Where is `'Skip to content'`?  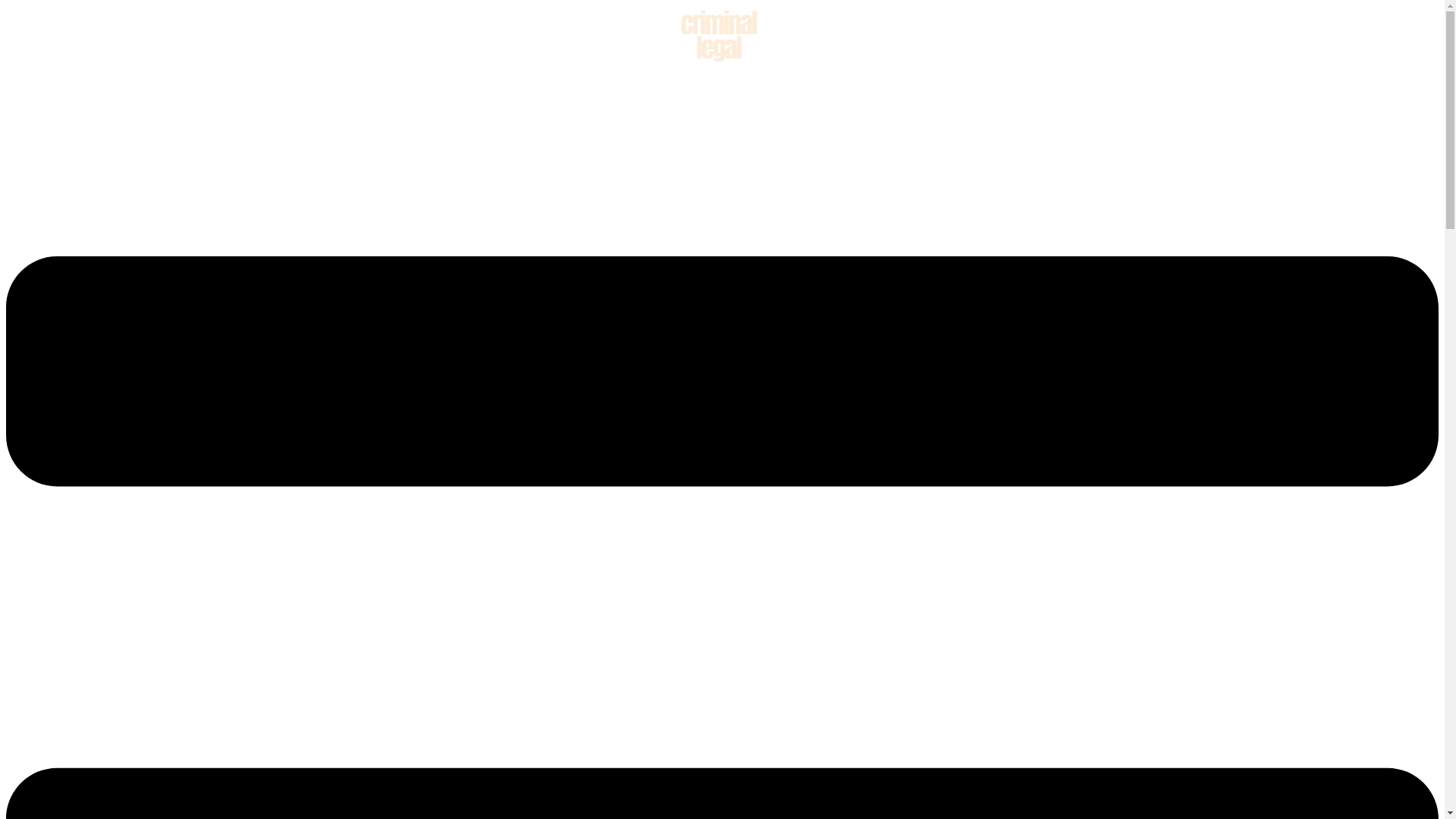
'Skip to content' is located at coordinates (5, 5).